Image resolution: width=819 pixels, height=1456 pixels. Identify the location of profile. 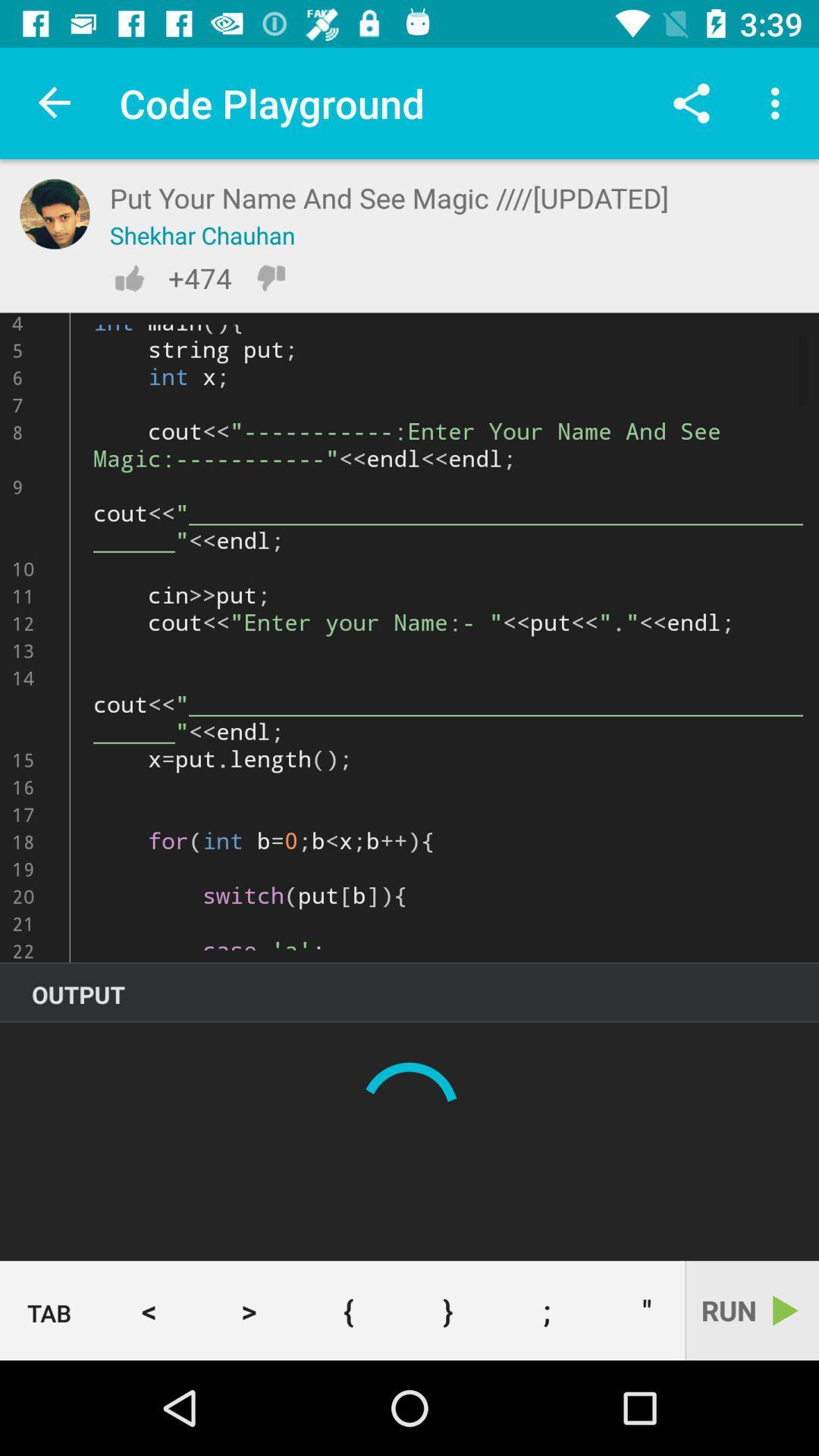
(54, 213).